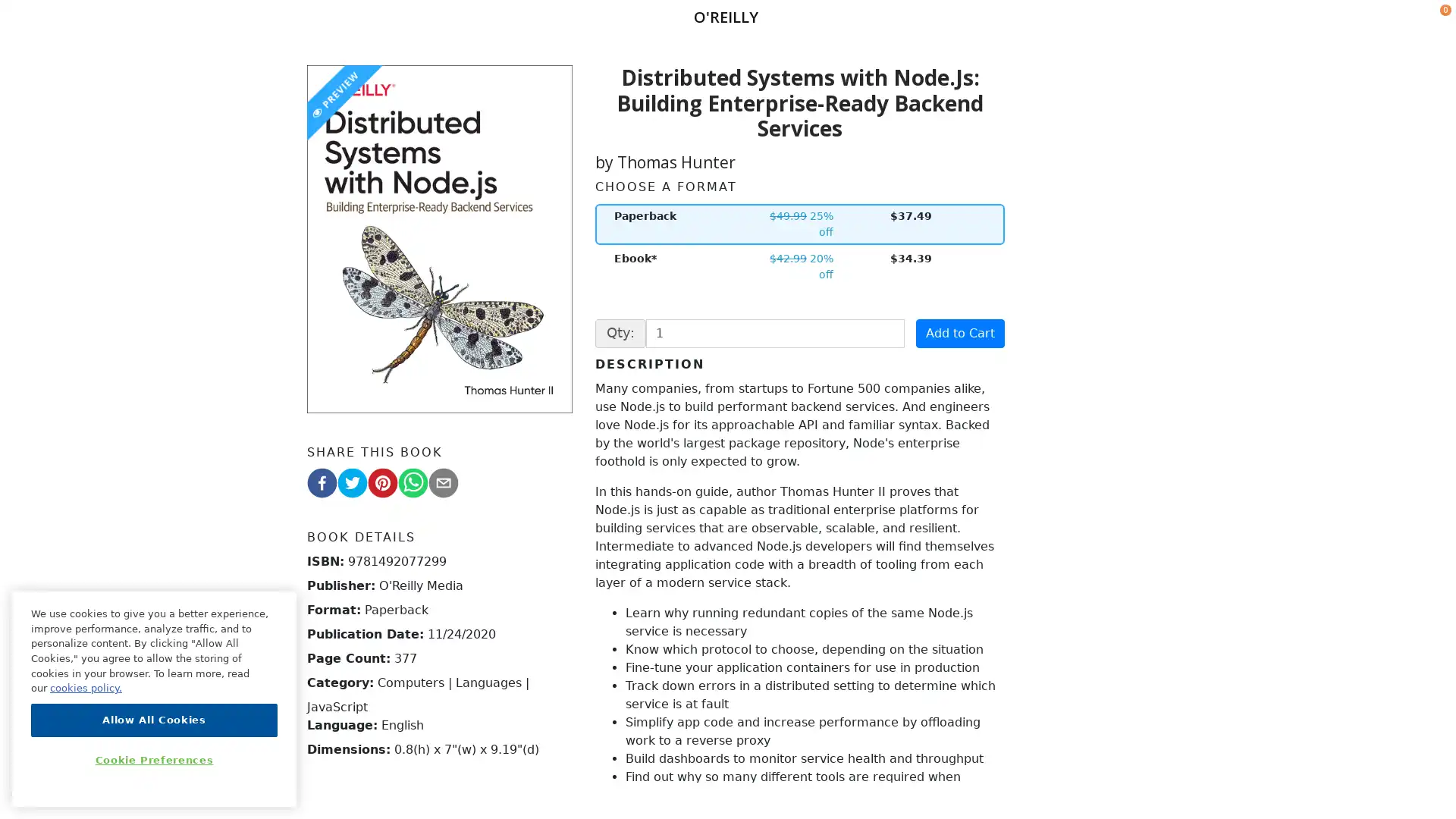 This screenshot has width=1456, height=819. I want to click on Cookie Preferences, so click(154, 760).